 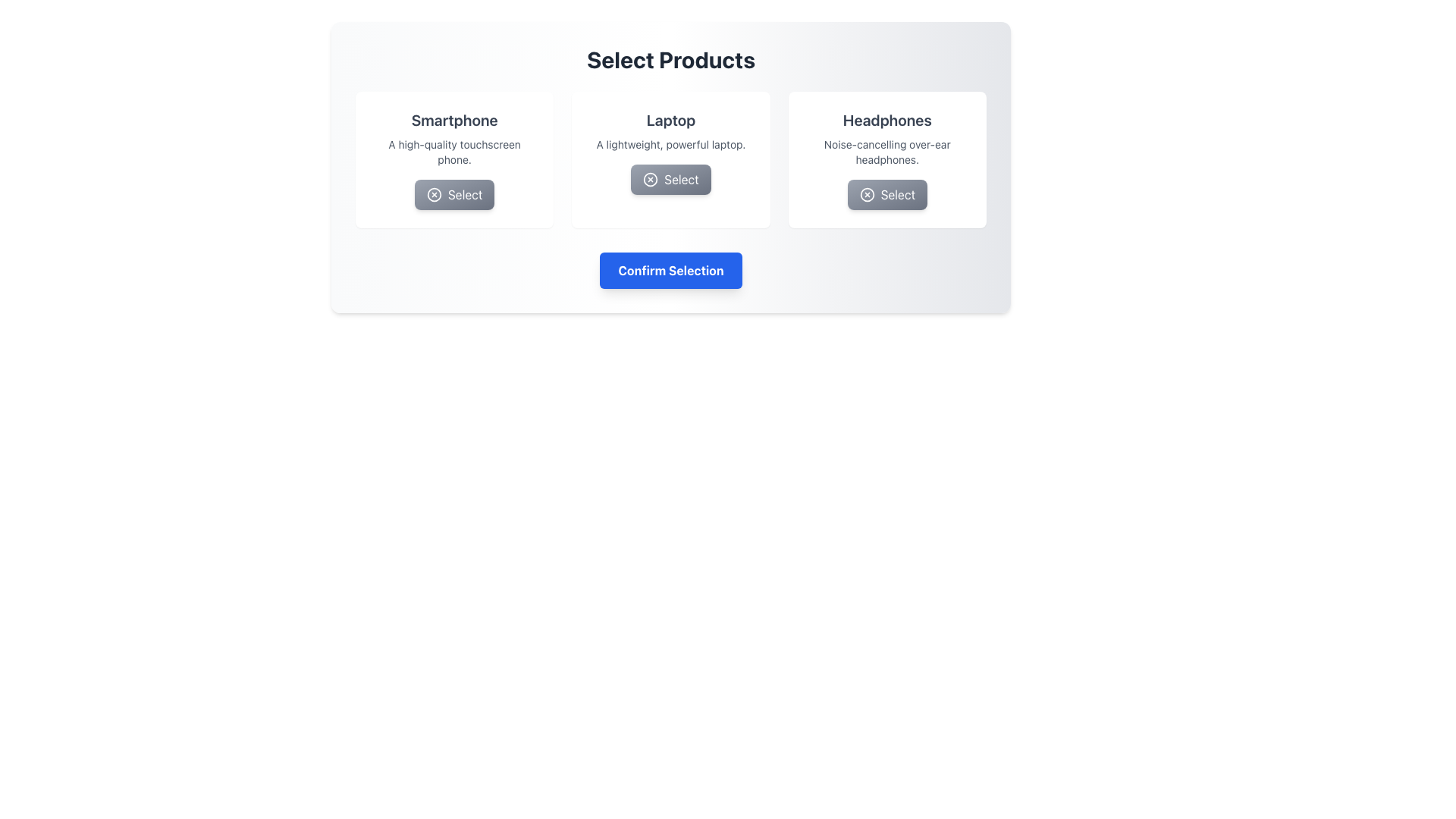 I want to click on the button labeled 'Select' located at the bottom of the panel describing the 'Laptop' product, which is part of the 'Select Products' section, so click(x=670, y=160).